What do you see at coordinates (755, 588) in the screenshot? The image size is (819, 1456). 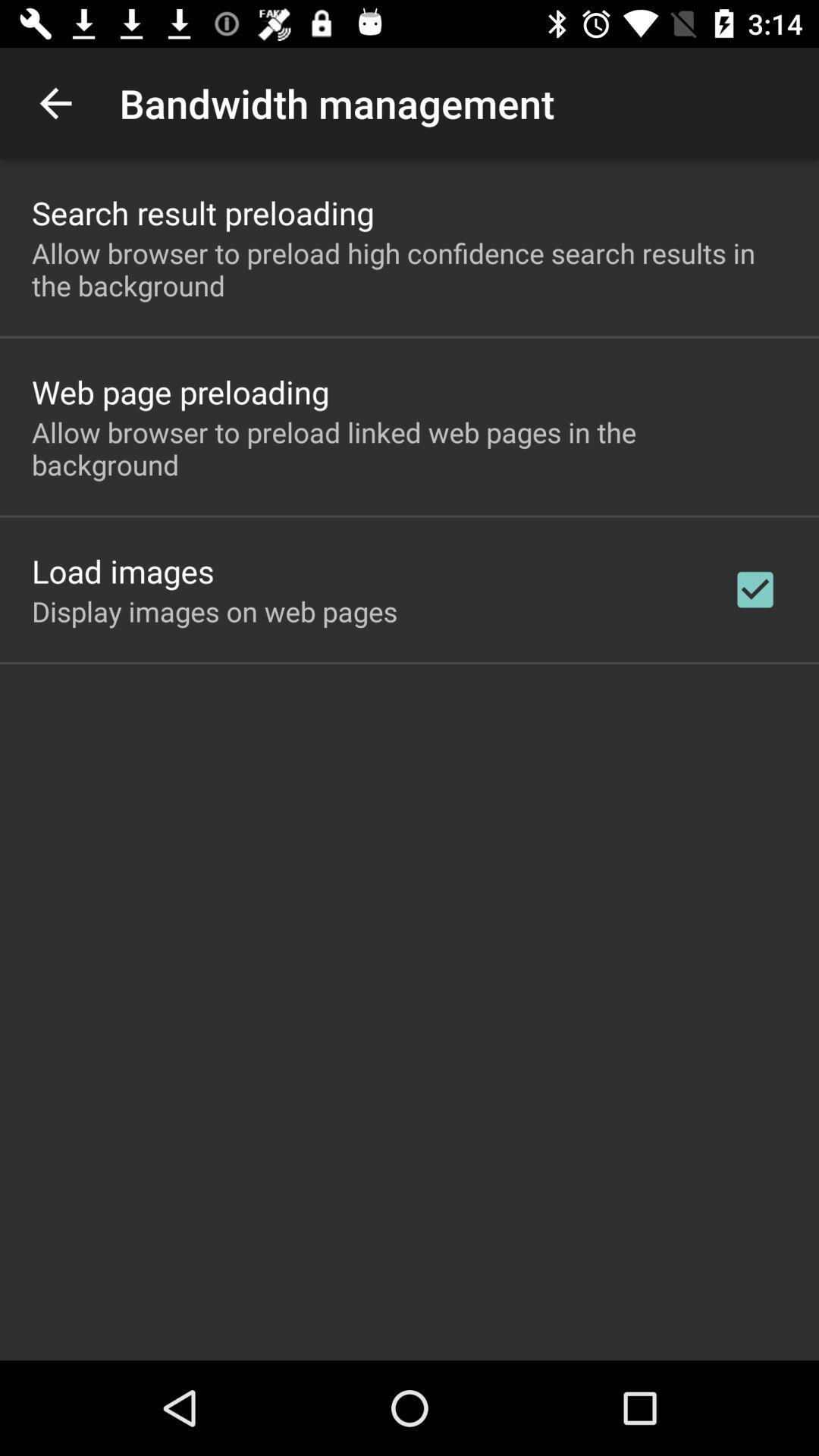 I see `checkbox on the right` at bounding box center [755, 588].